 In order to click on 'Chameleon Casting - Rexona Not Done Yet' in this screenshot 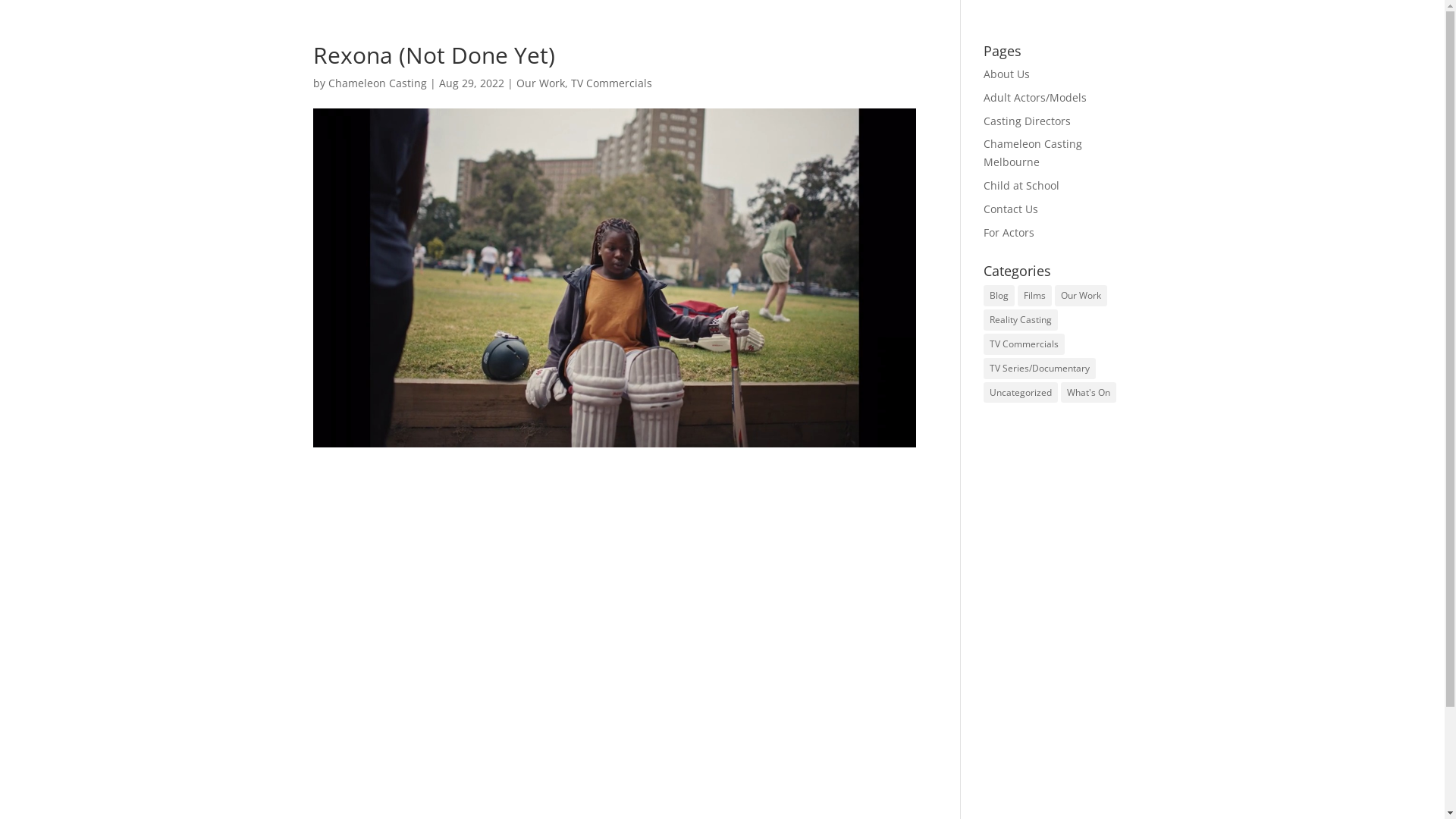, I will do `click(613, 645)`.